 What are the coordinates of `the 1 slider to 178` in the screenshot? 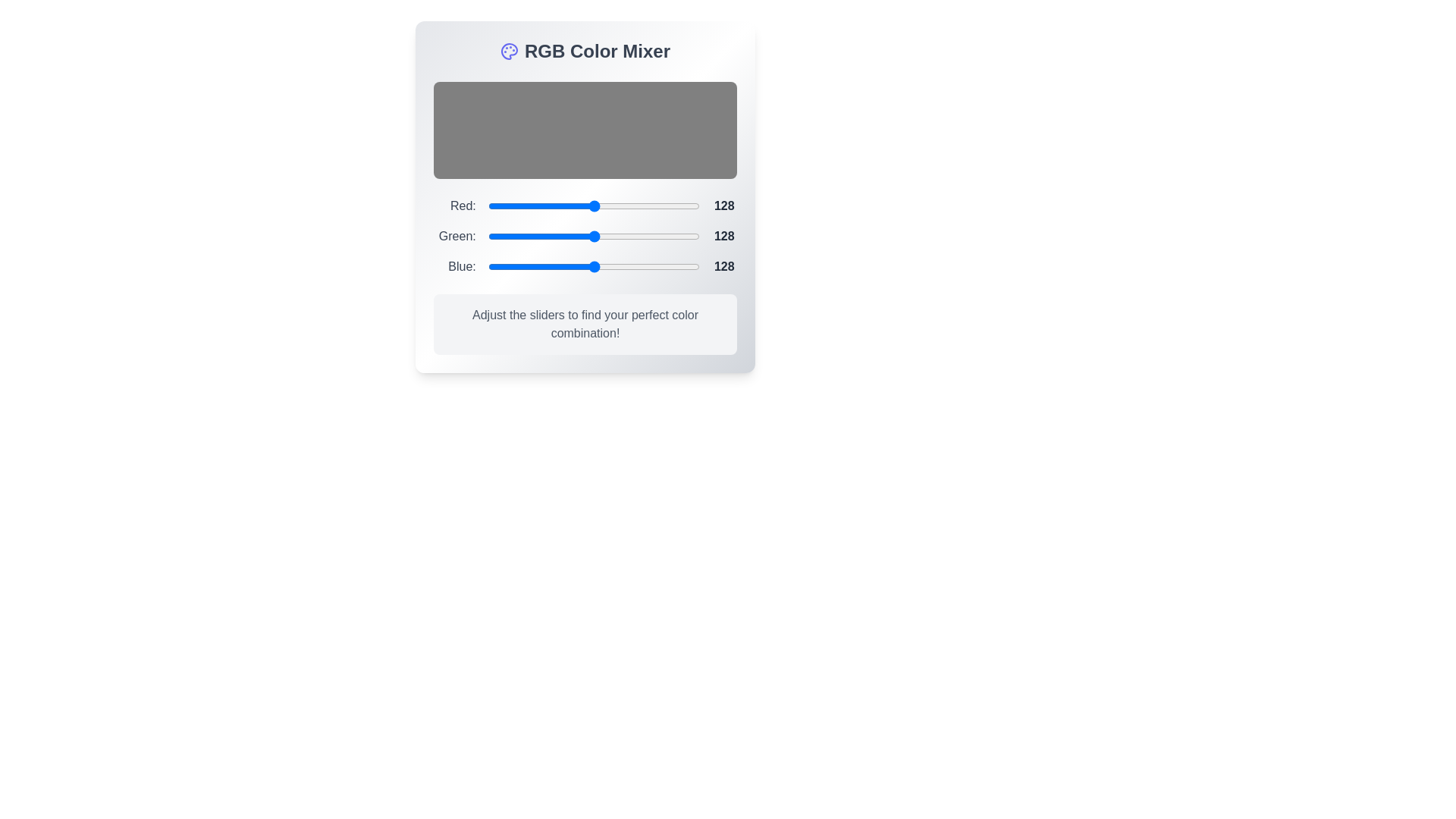 It's located at (635, 237).